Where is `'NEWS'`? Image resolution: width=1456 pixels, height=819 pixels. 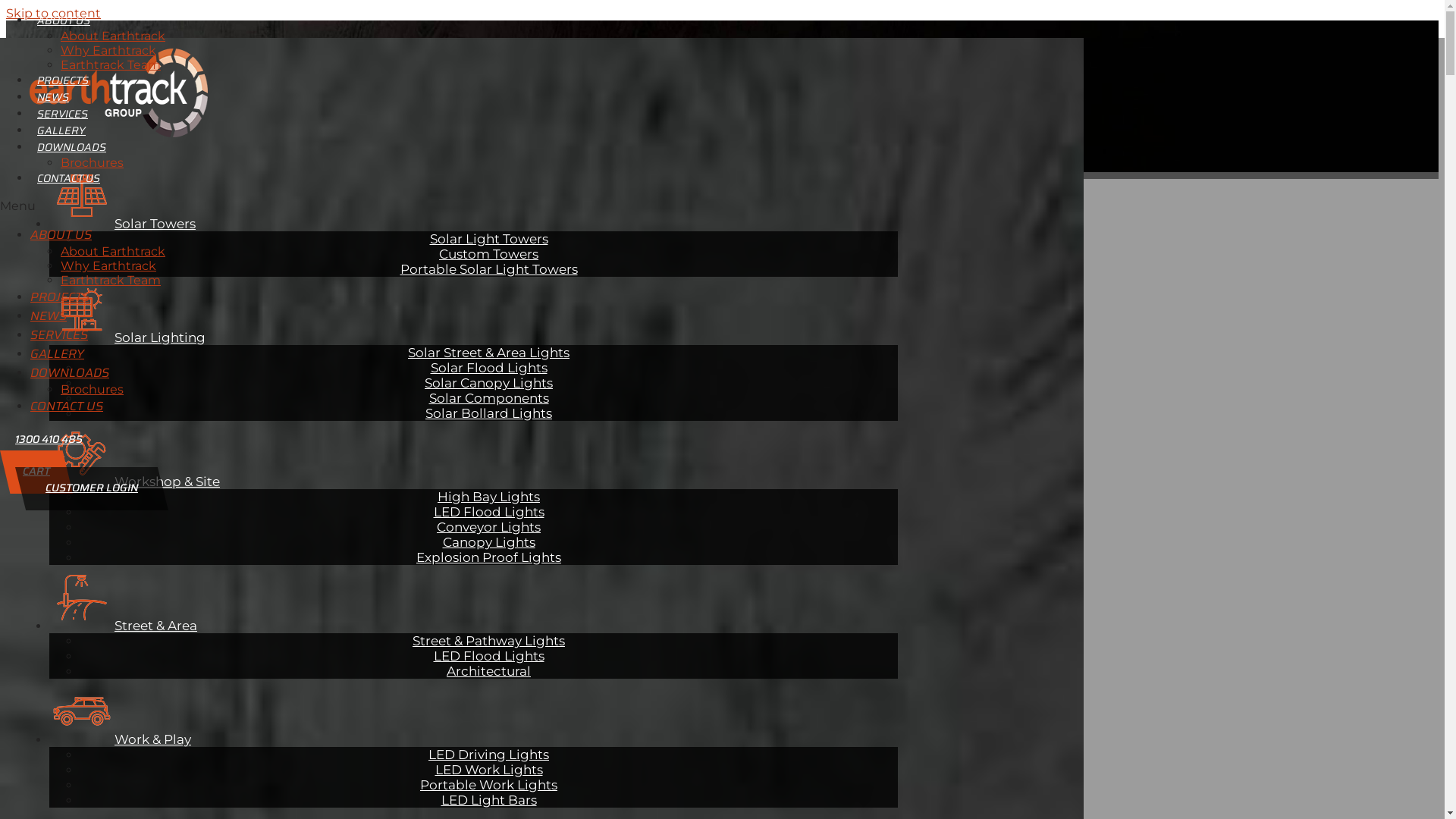 'NEWS' is located at coordinates (30, 96).